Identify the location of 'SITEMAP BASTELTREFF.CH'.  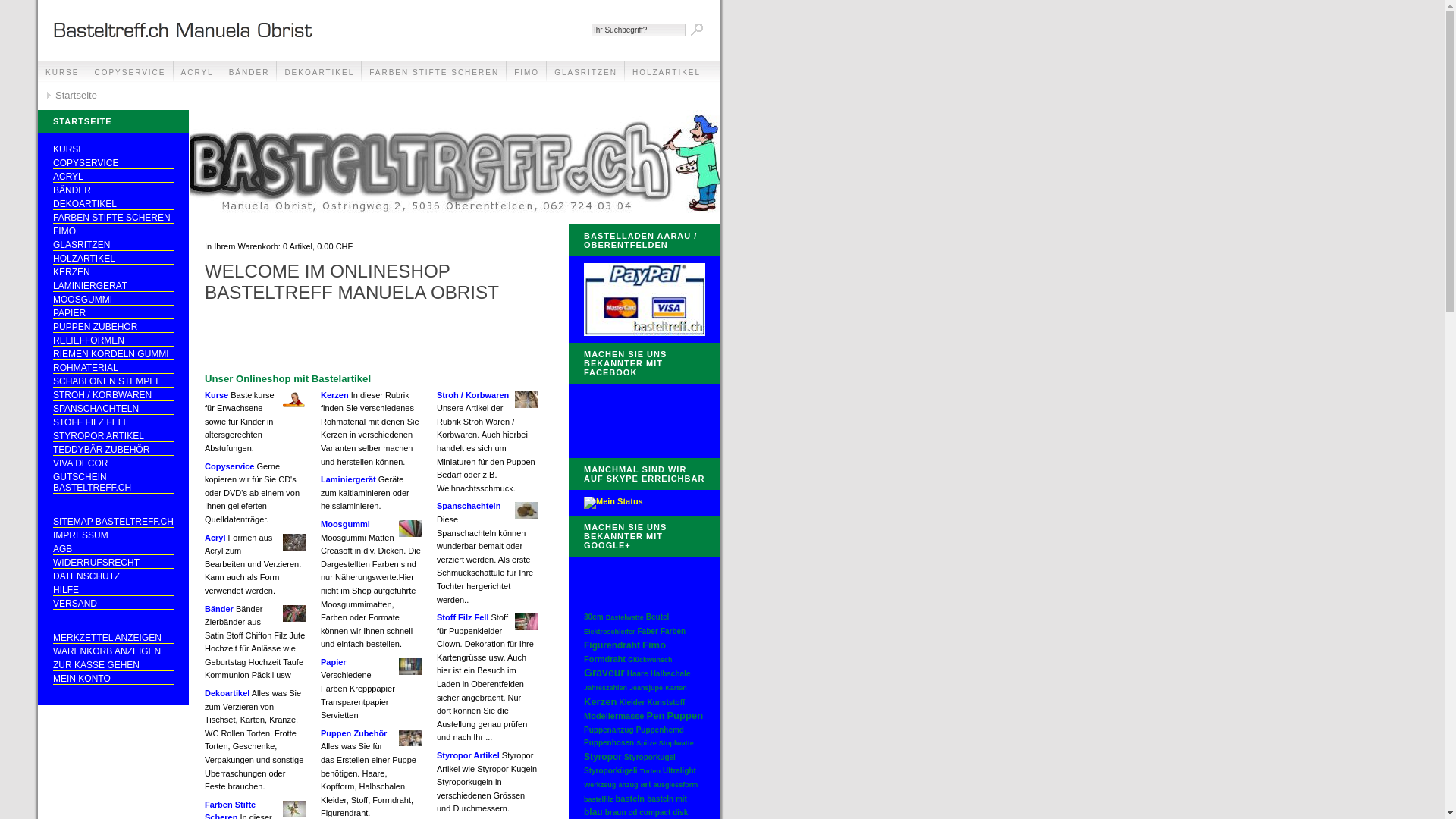
(112, 521).